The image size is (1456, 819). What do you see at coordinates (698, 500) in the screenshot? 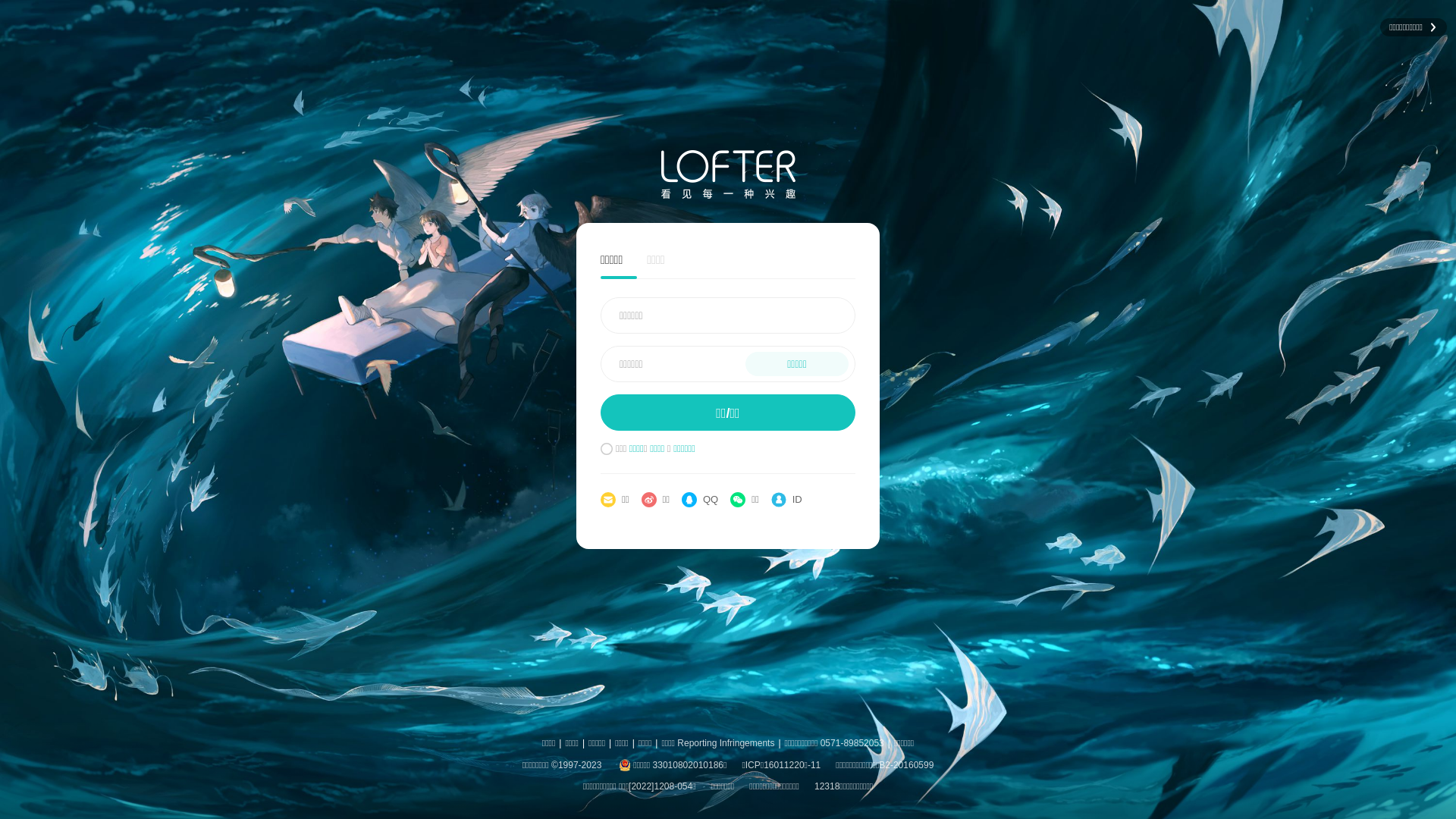
I see `'QQ'` at bounding box center [698, 500].